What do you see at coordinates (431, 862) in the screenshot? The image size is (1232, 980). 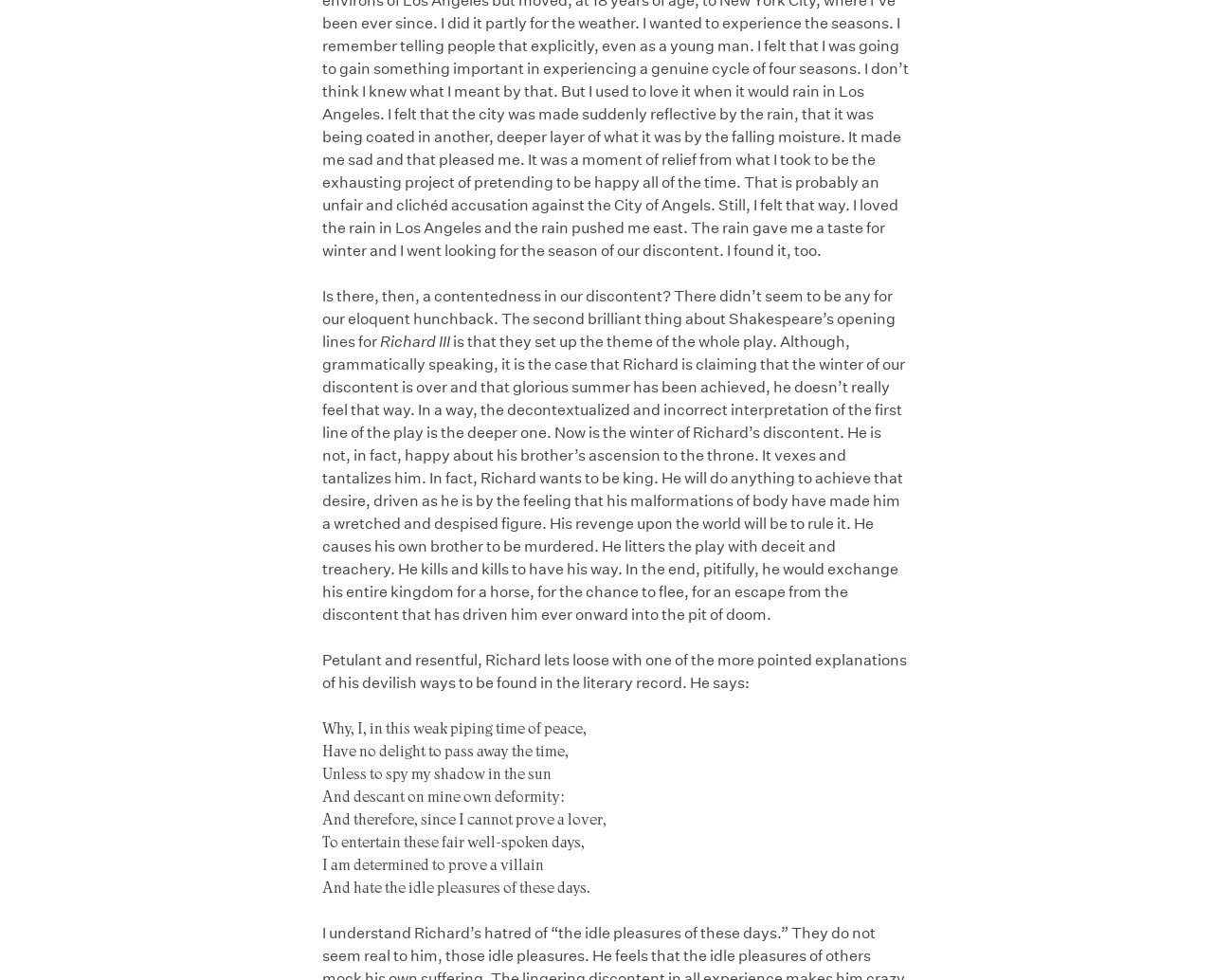 I see `'I am determined to prove a villain'` at bounding box center [431, 862].